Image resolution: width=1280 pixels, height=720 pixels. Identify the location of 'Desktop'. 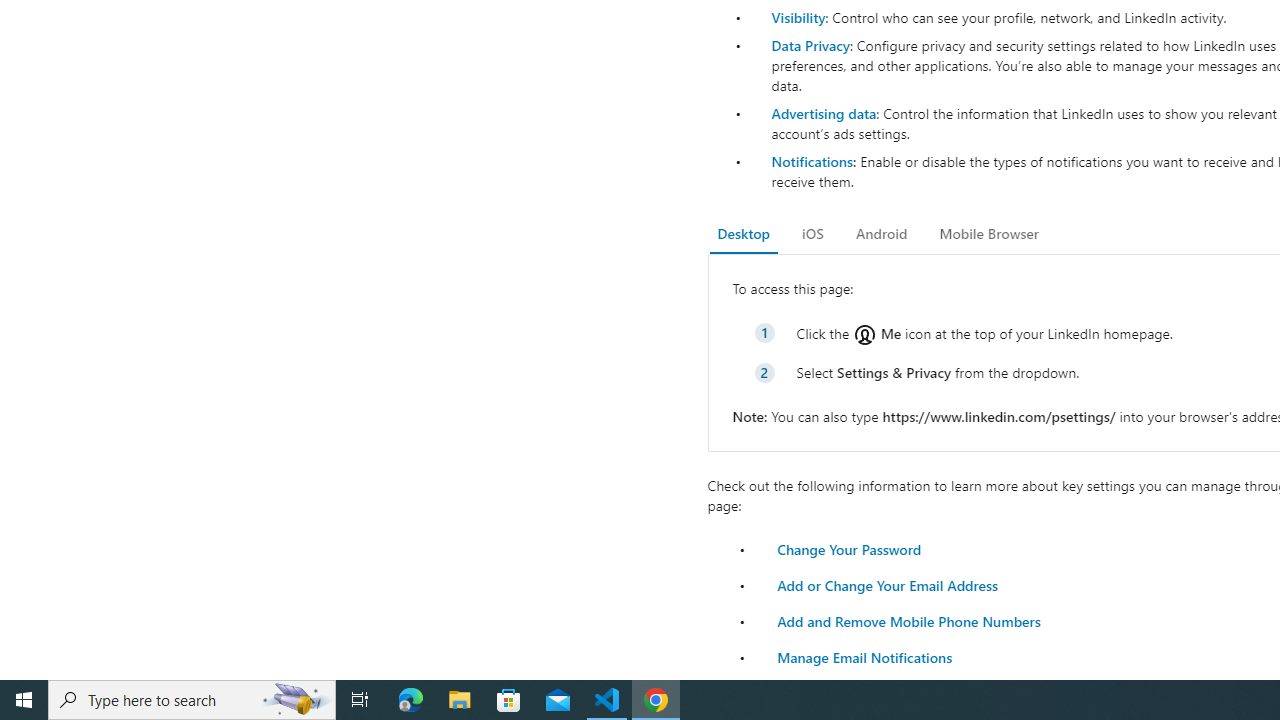
(743, 233).